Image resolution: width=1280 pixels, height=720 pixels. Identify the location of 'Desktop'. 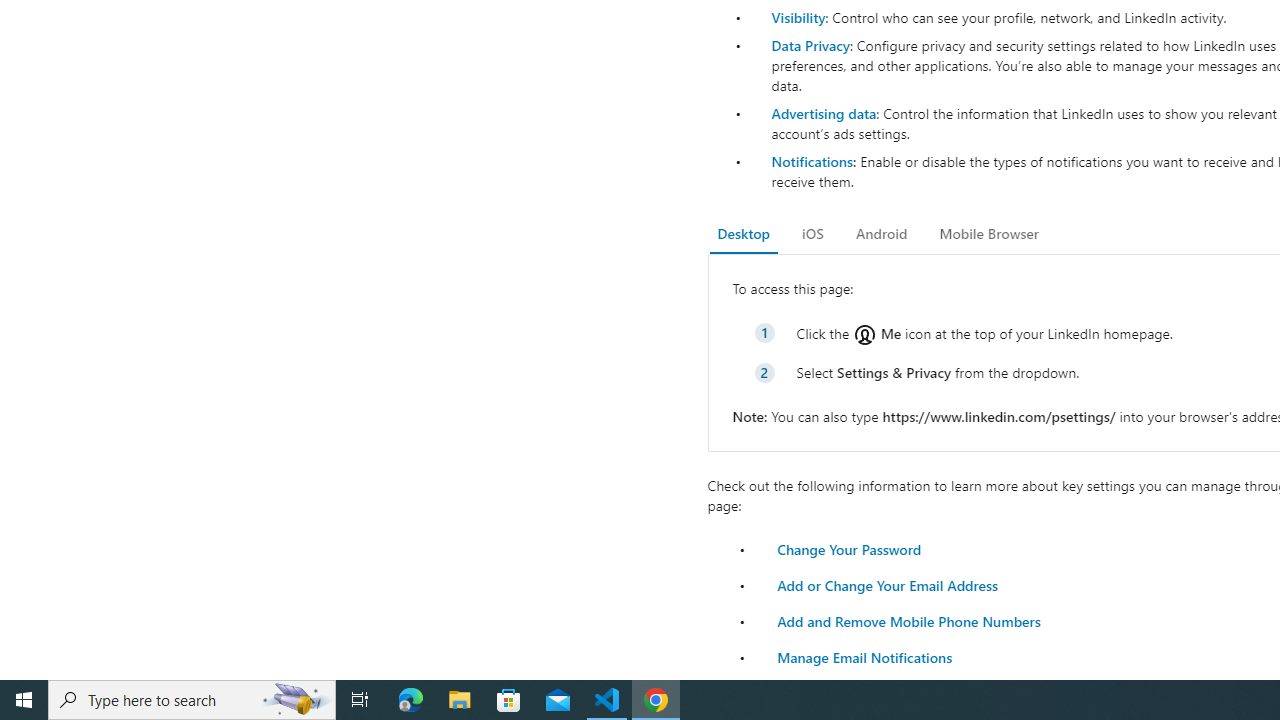
(743, 233).